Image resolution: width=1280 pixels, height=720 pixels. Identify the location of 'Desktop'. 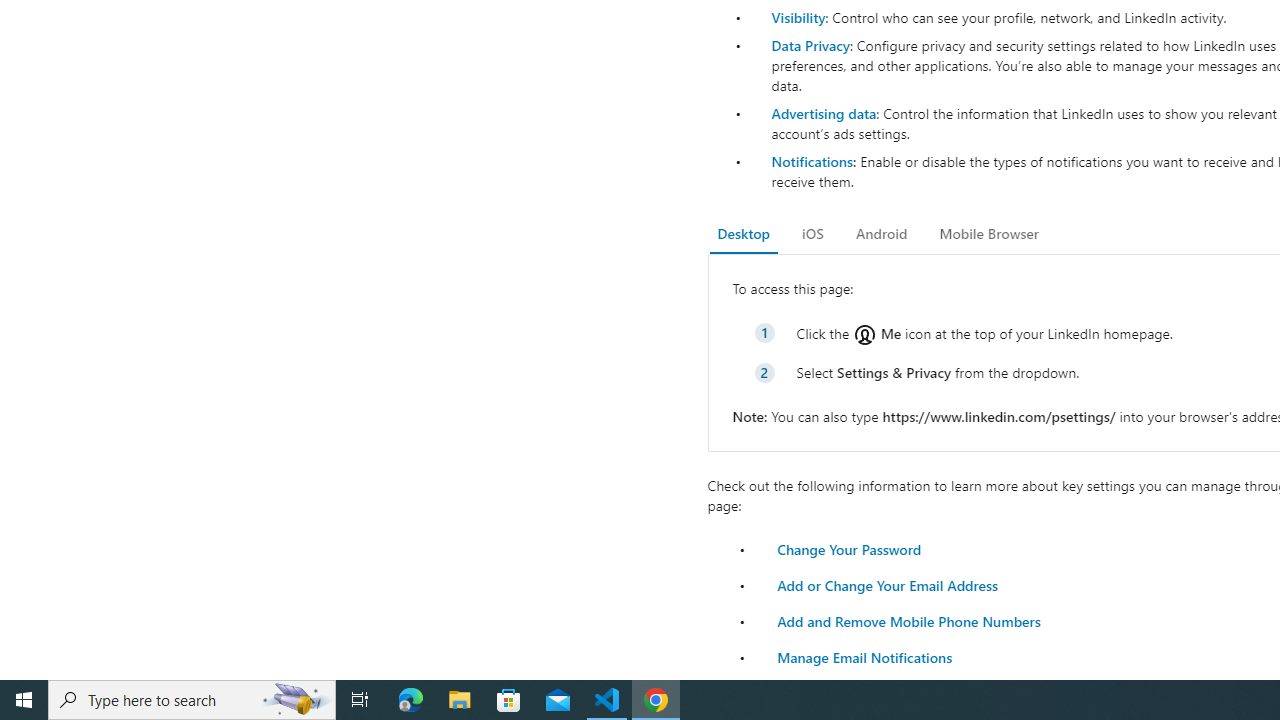
(743, 233).